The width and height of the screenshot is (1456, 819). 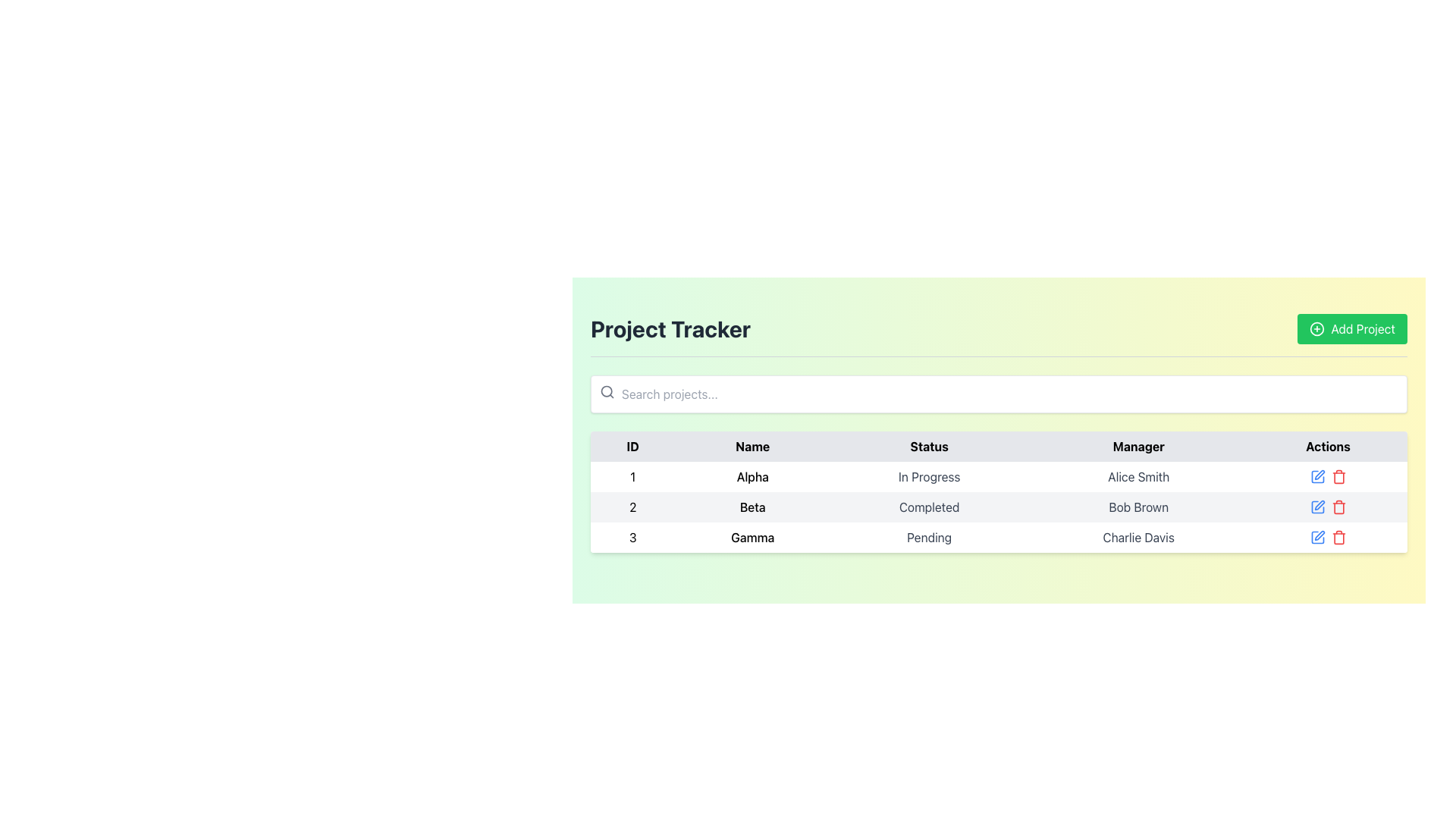 I want to click on the edit icon located in the 'Actions' column of the table, specifically in the second row corresponding, so click(x=1316, y=507).